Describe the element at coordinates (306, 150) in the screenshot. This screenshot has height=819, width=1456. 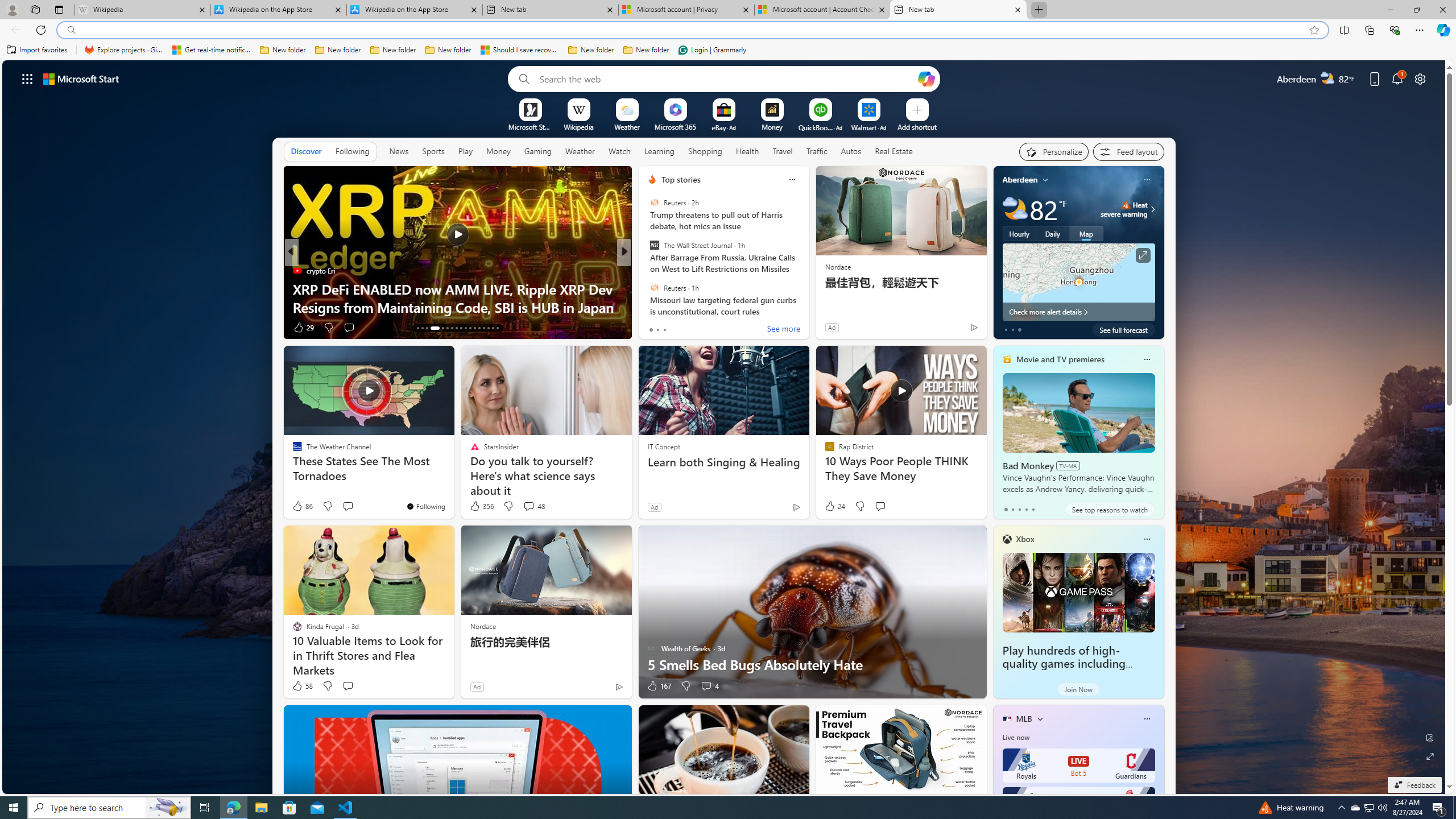
I see `'Discover'` at that location.